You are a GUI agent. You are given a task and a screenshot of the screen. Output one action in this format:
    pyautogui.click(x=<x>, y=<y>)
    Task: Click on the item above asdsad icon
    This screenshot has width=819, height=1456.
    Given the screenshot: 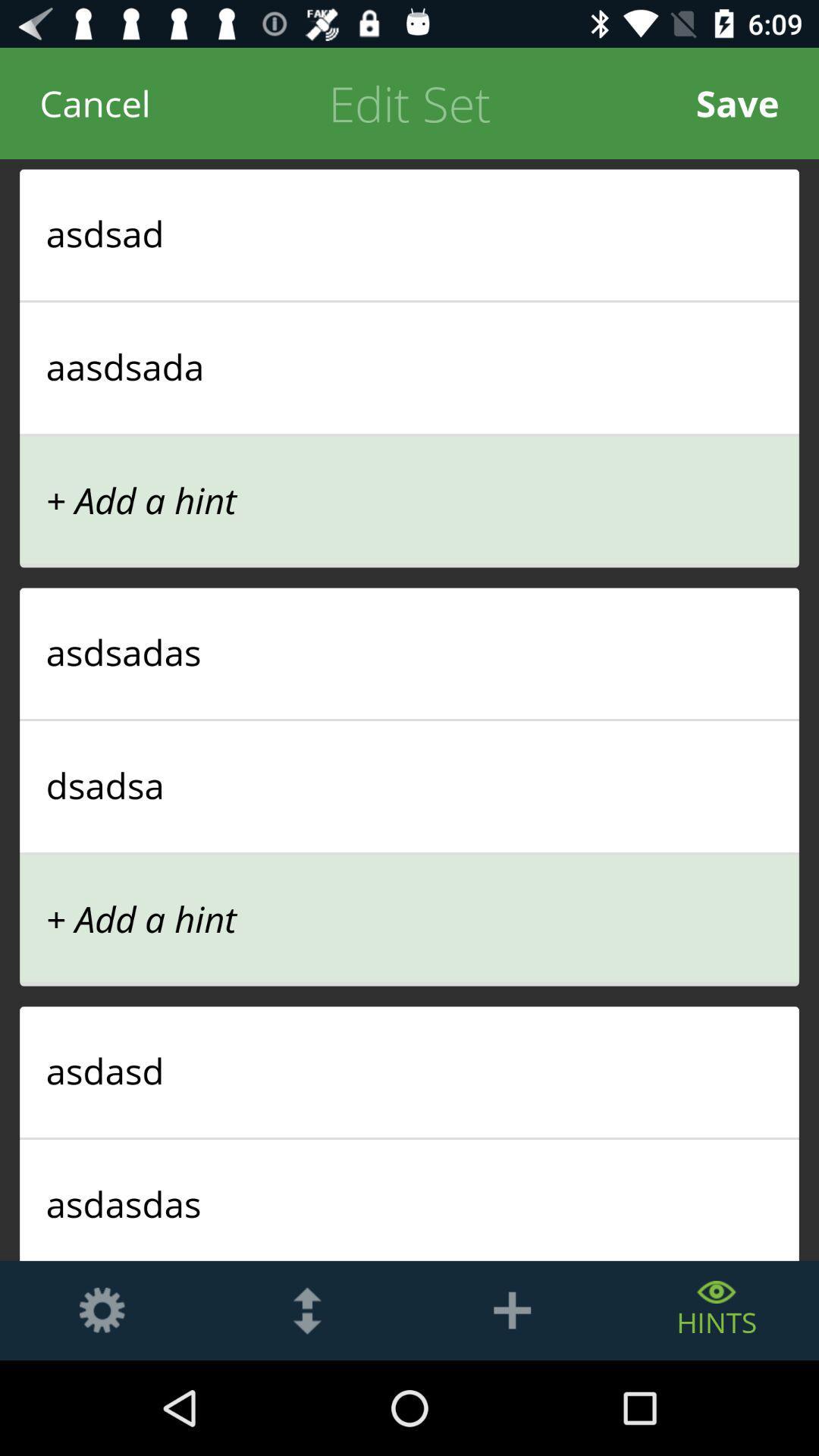 What is the action you would take?
    pyautogui.click(x=95, y=102)
    